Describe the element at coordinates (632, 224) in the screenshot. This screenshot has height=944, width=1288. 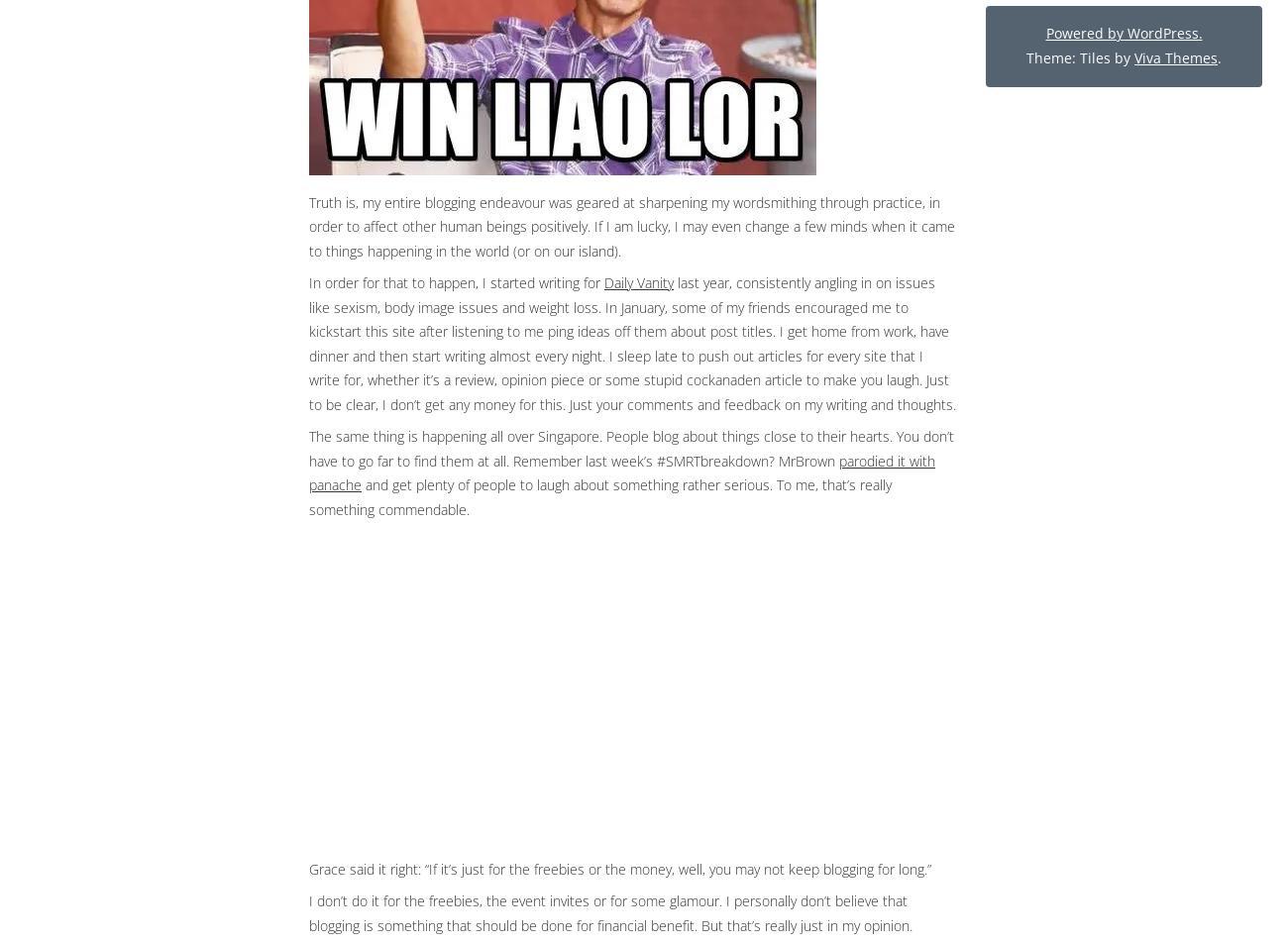
I see `'Truth is, my entire blogging endeavour was geared at sharpening my wordsmithing through practice, in order to affect other human beings positively. If I am lucky, I may even change a few minds when it came to things happening in the world (or on our island).'` at that location.